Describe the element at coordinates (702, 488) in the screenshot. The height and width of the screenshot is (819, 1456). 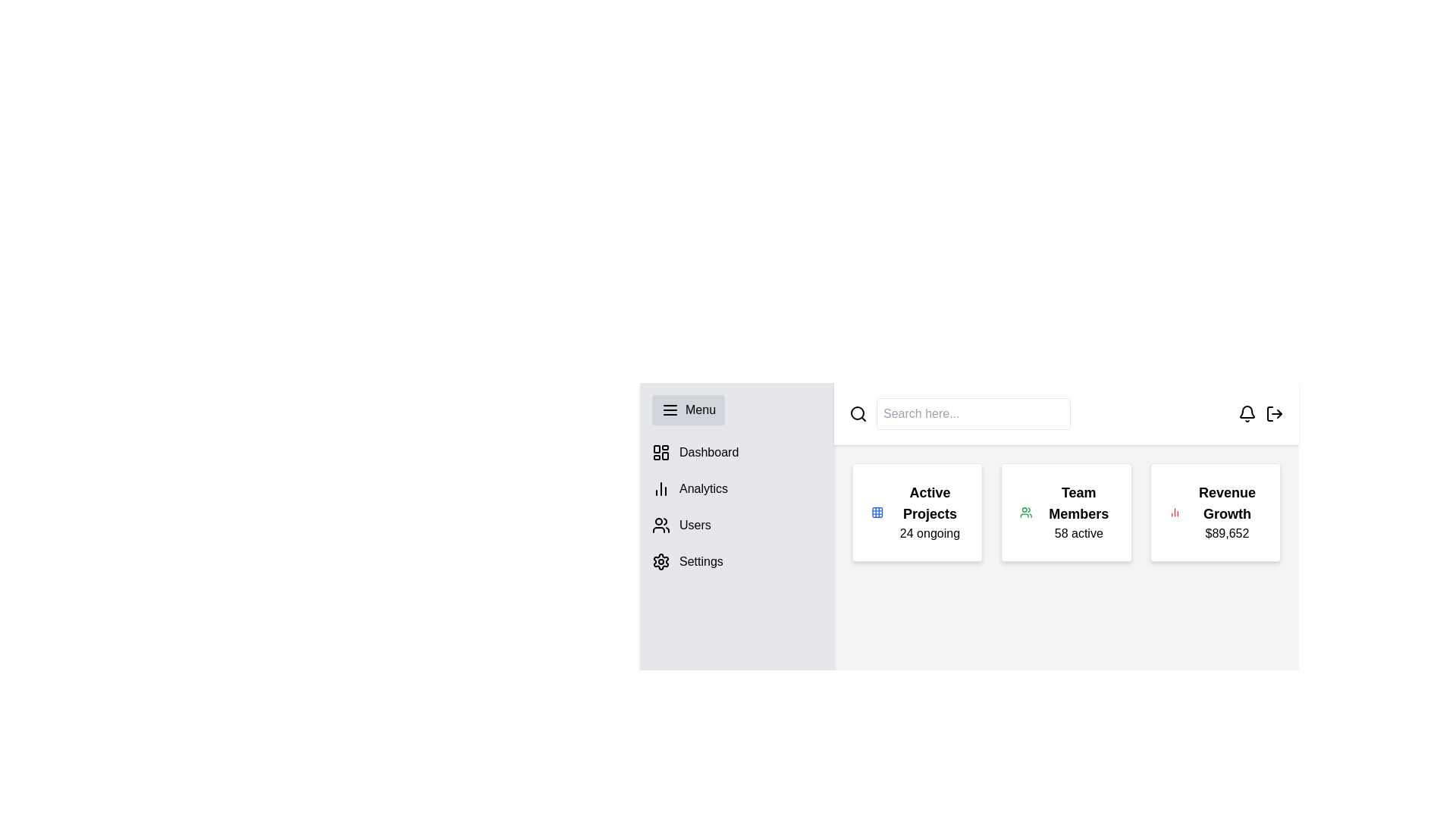
I see `the 'Analytics' navigation label in the sidebar` at that location.